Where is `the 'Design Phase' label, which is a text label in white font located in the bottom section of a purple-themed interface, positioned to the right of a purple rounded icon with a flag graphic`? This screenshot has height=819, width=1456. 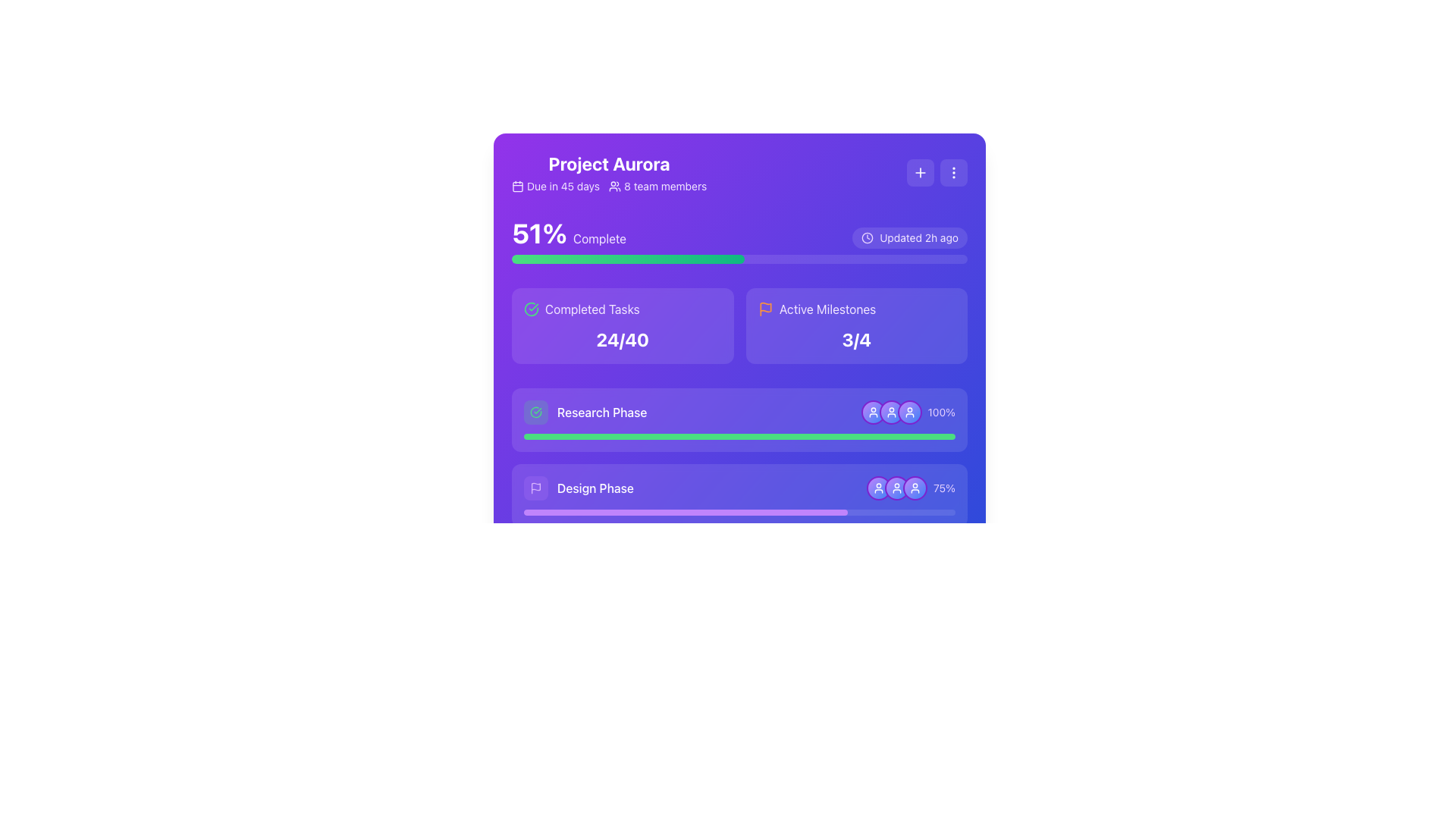
the 'Design Phase' label, which is a text label in white font located in the bottom section of a purple-themed interface, positioned to the right of a purple rounded icon with a flag graphic is located at coordinates (595, 488).